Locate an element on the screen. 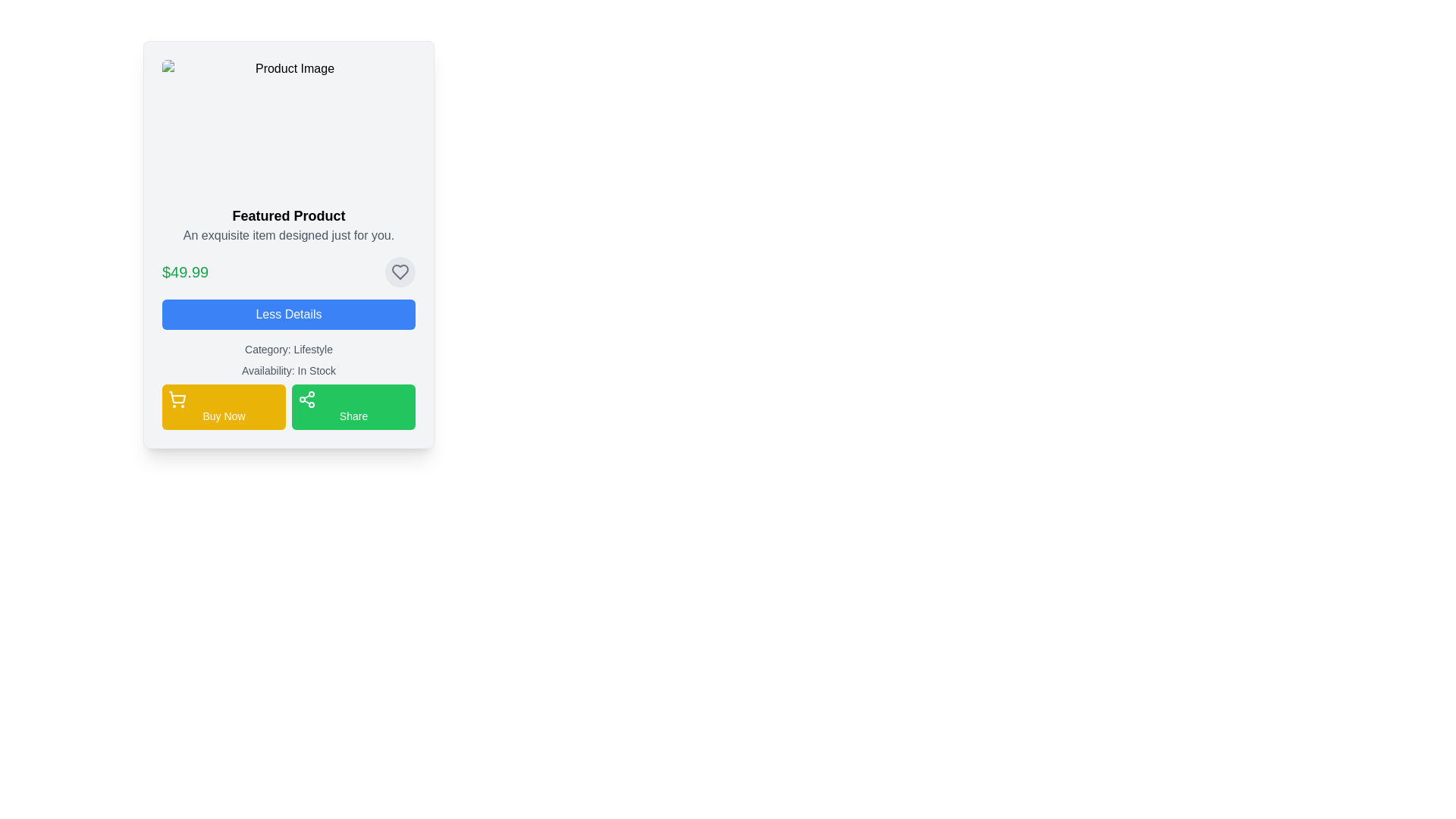 The height and width of the screenshot is (819, 1456). the 'Less Details' button, which is a rectangular button with white text on a blue background, located below the price and to the left of the description section is located at coordinates (288, 314).